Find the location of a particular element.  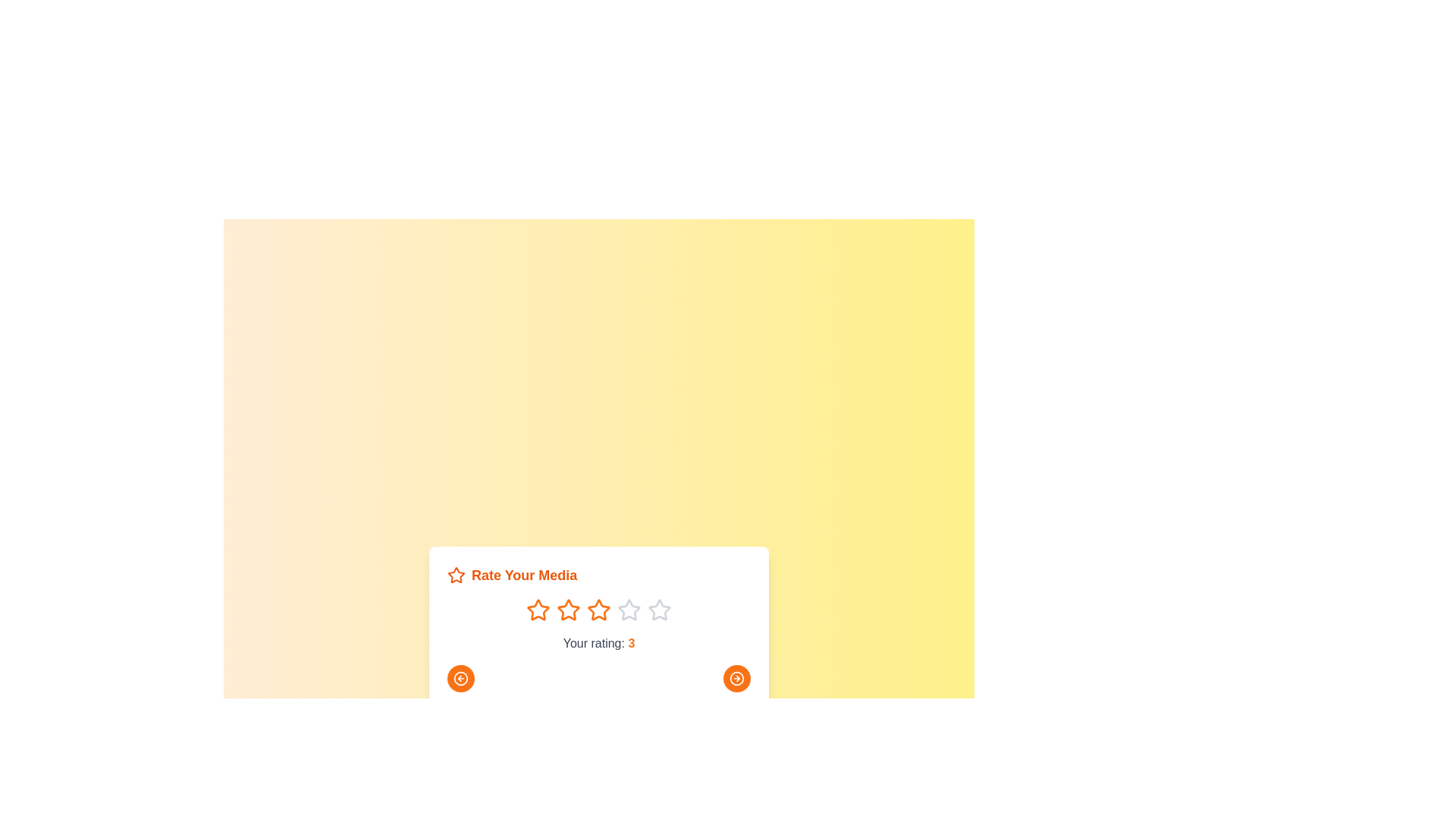

the star corresponding to the rating 1 is located at coordinates (538, 610).